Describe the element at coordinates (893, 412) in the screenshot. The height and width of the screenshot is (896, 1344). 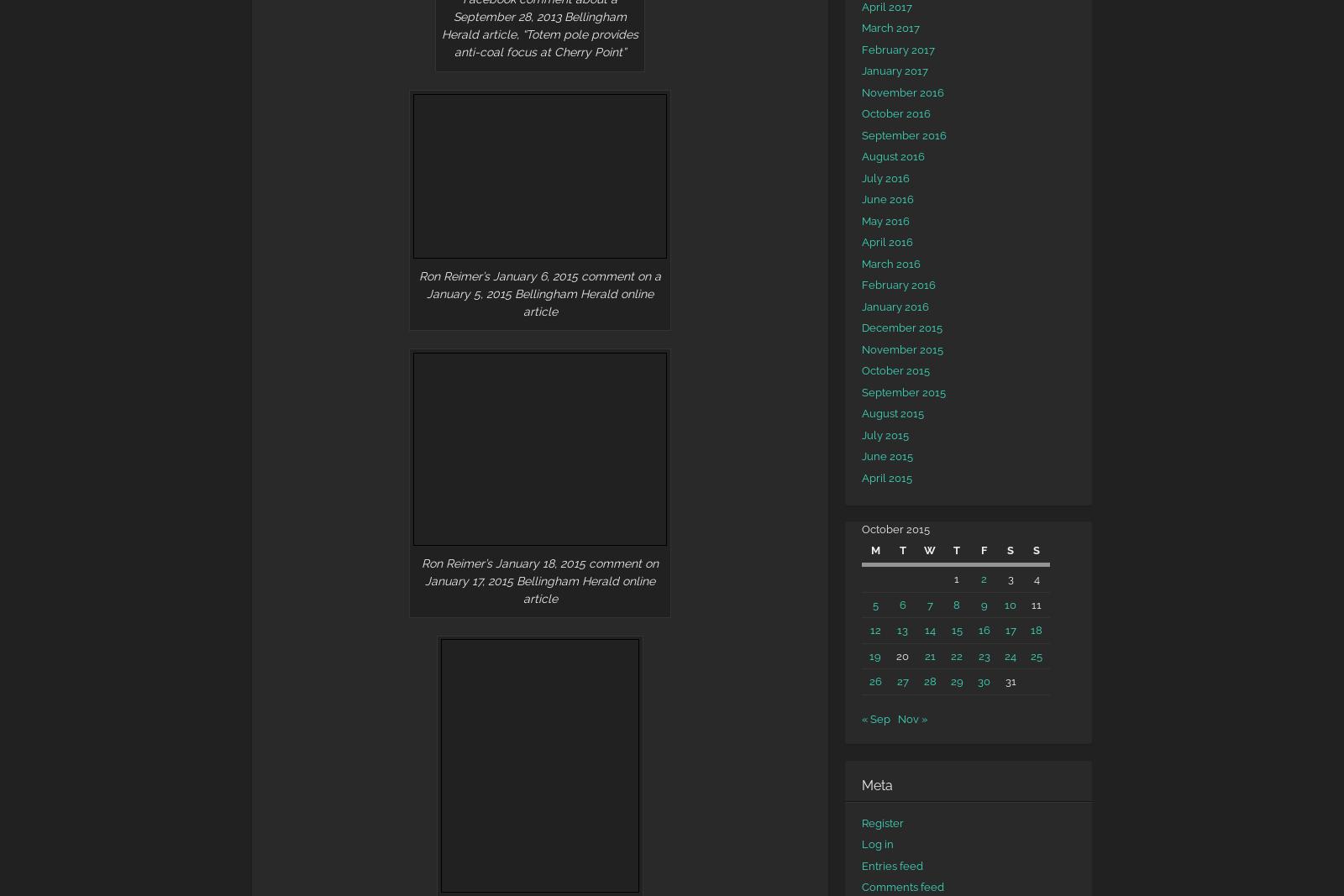
I see `'August 2015'` at that location.